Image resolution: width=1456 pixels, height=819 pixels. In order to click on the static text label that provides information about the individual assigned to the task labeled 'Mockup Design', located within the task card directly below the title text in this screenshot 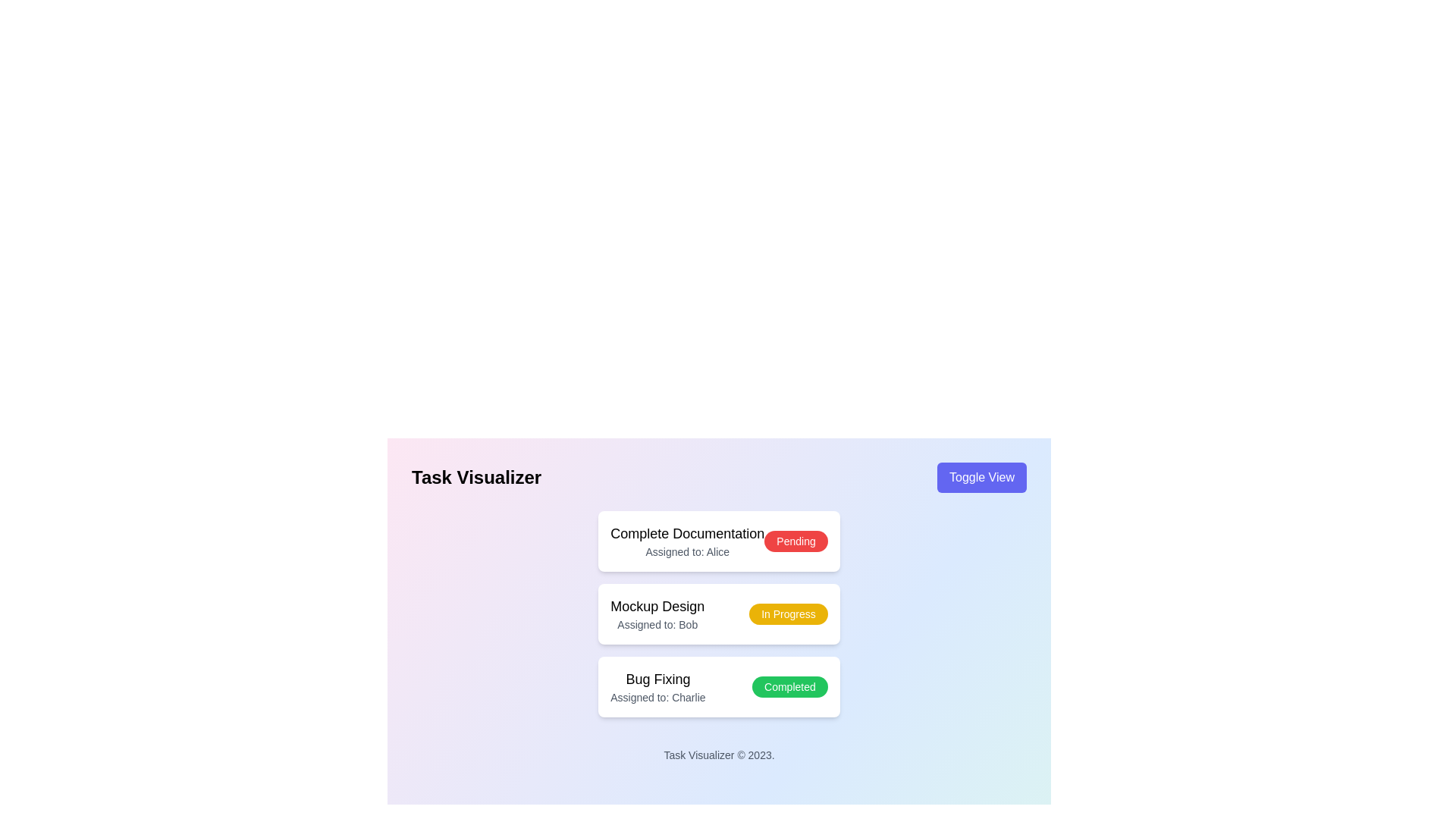, I will do `click(657, 625)`.